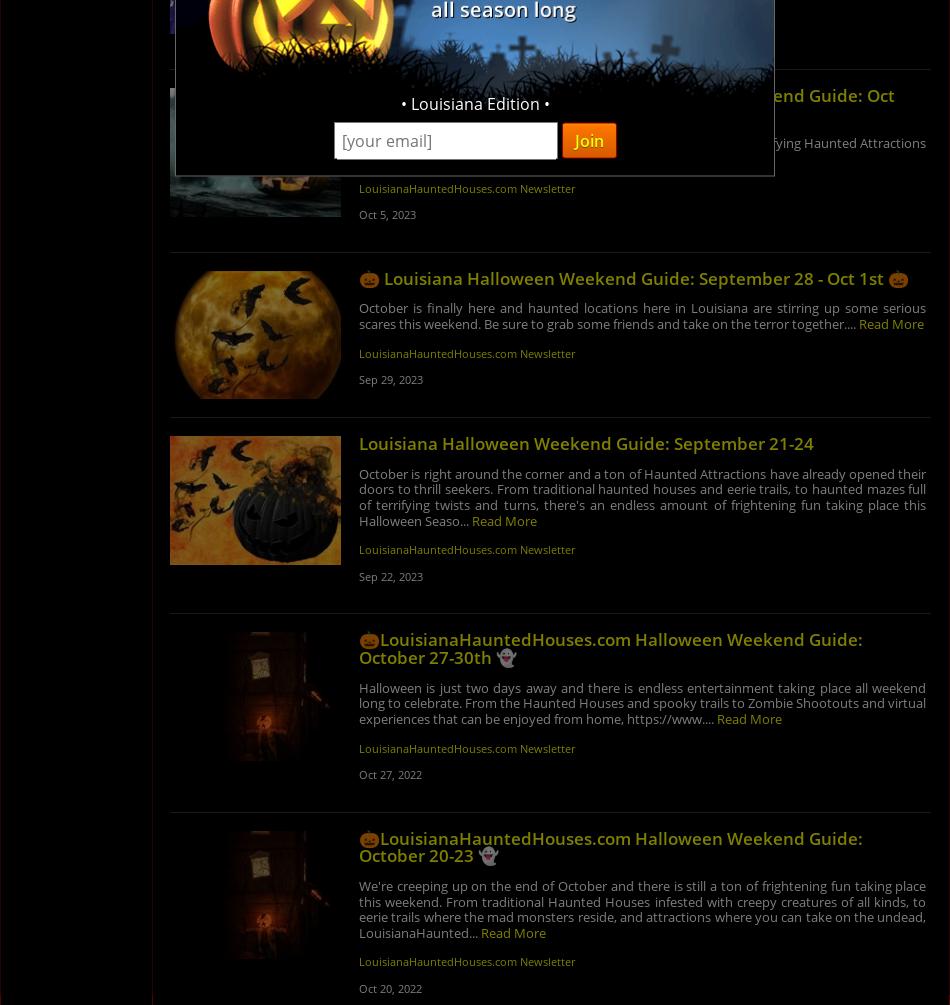  What do you see at coordinates (632, 276) in the screenshot?
I see `'🎃 Louisiana Halloween Weekend Guide: September 28 - Oct 1st 🎃'` at bounding box center [632, 276].